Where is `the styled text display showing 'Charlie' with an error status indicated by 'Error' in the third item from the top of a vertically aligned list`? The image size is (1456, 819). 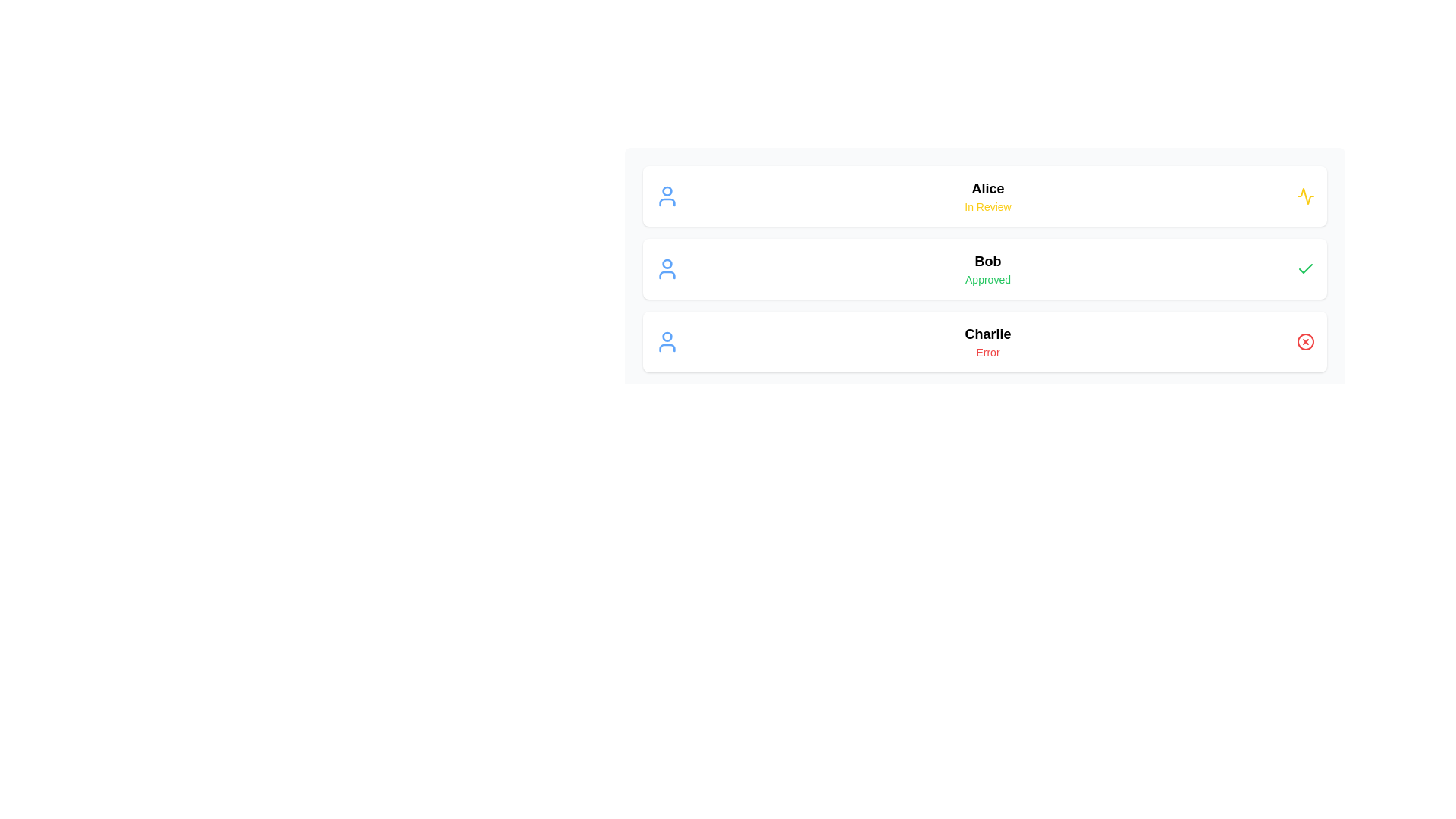 the styled text display showing 'Charlie' with an error status indicated by 'Error' in the third item from the top of a vertically aligned list is located at coordinates (987, 342).